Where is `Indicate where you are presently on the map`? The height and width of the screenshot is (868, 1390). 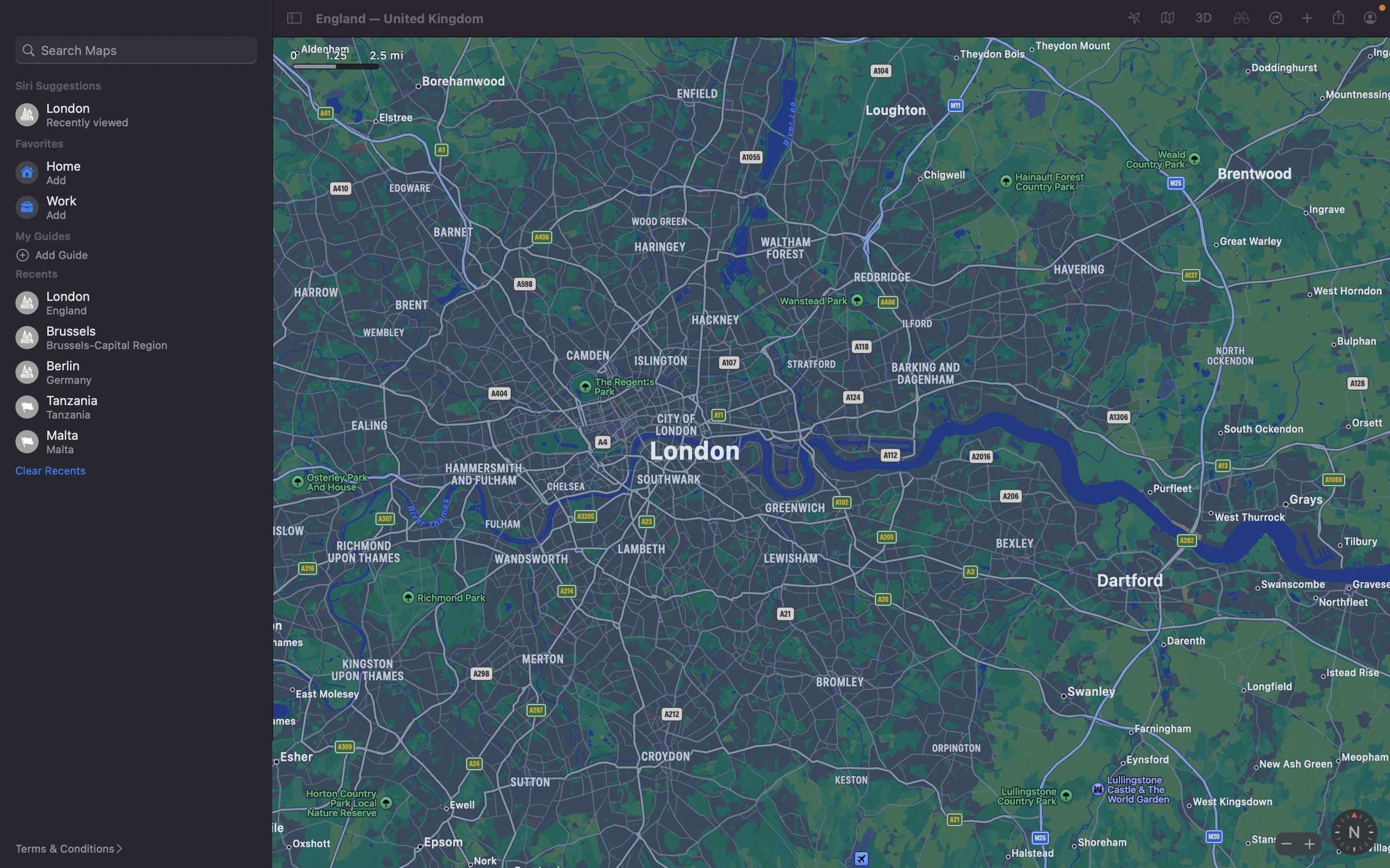 Indicate where you are presently on the map is located at coordinates (1134, 18).